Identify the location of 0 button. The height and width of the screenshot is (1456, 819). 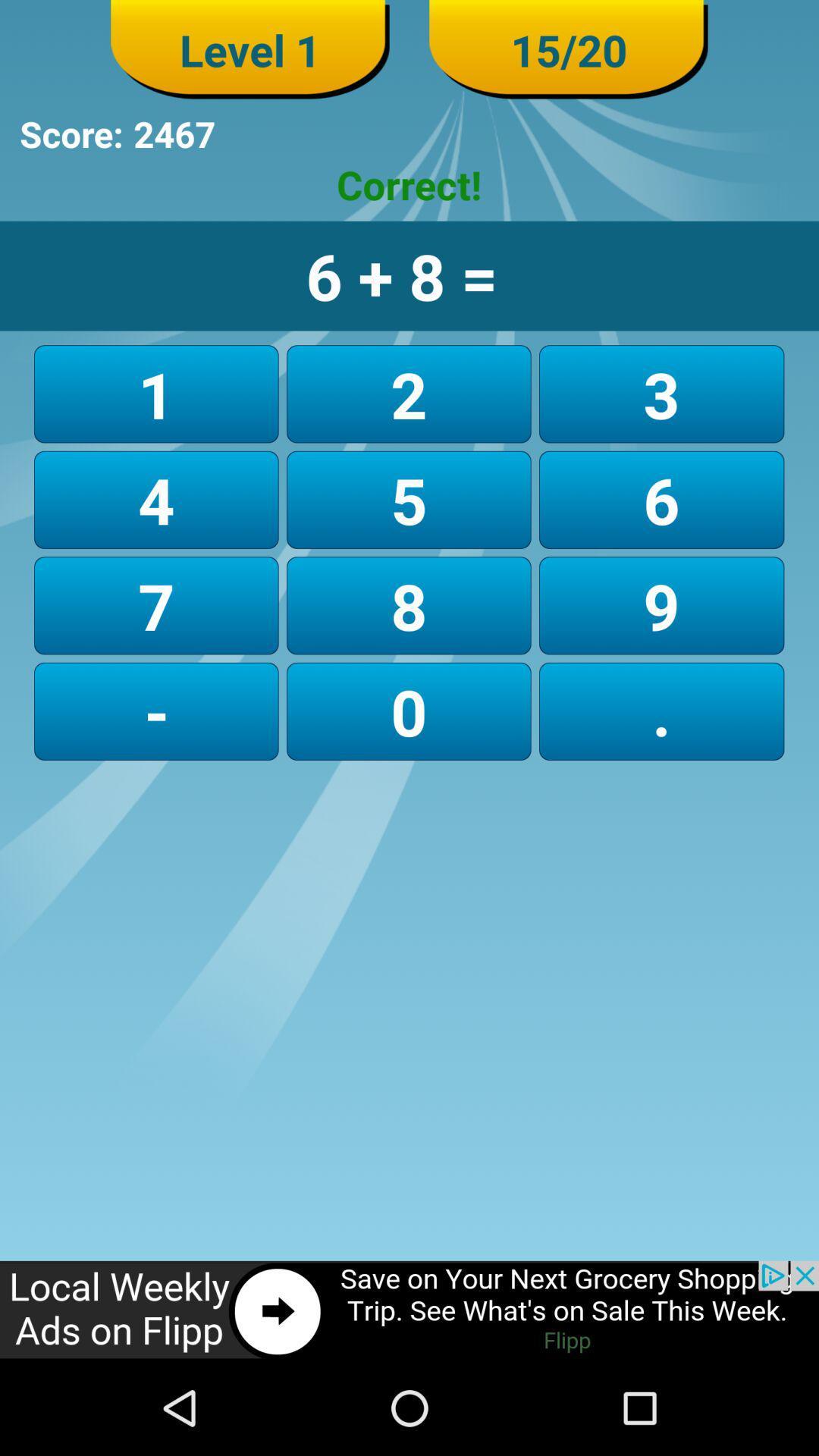
(408, 711).